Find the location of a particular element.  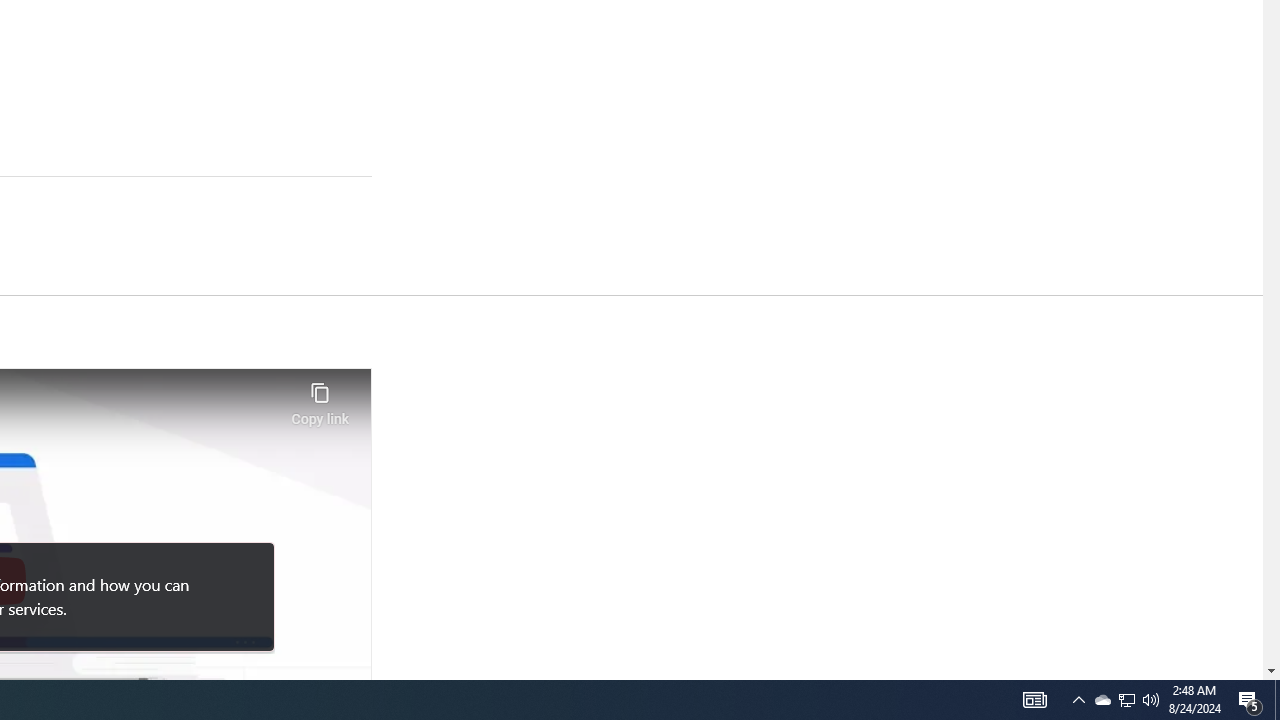

'Copy link' is located at coordinates (320, 398).